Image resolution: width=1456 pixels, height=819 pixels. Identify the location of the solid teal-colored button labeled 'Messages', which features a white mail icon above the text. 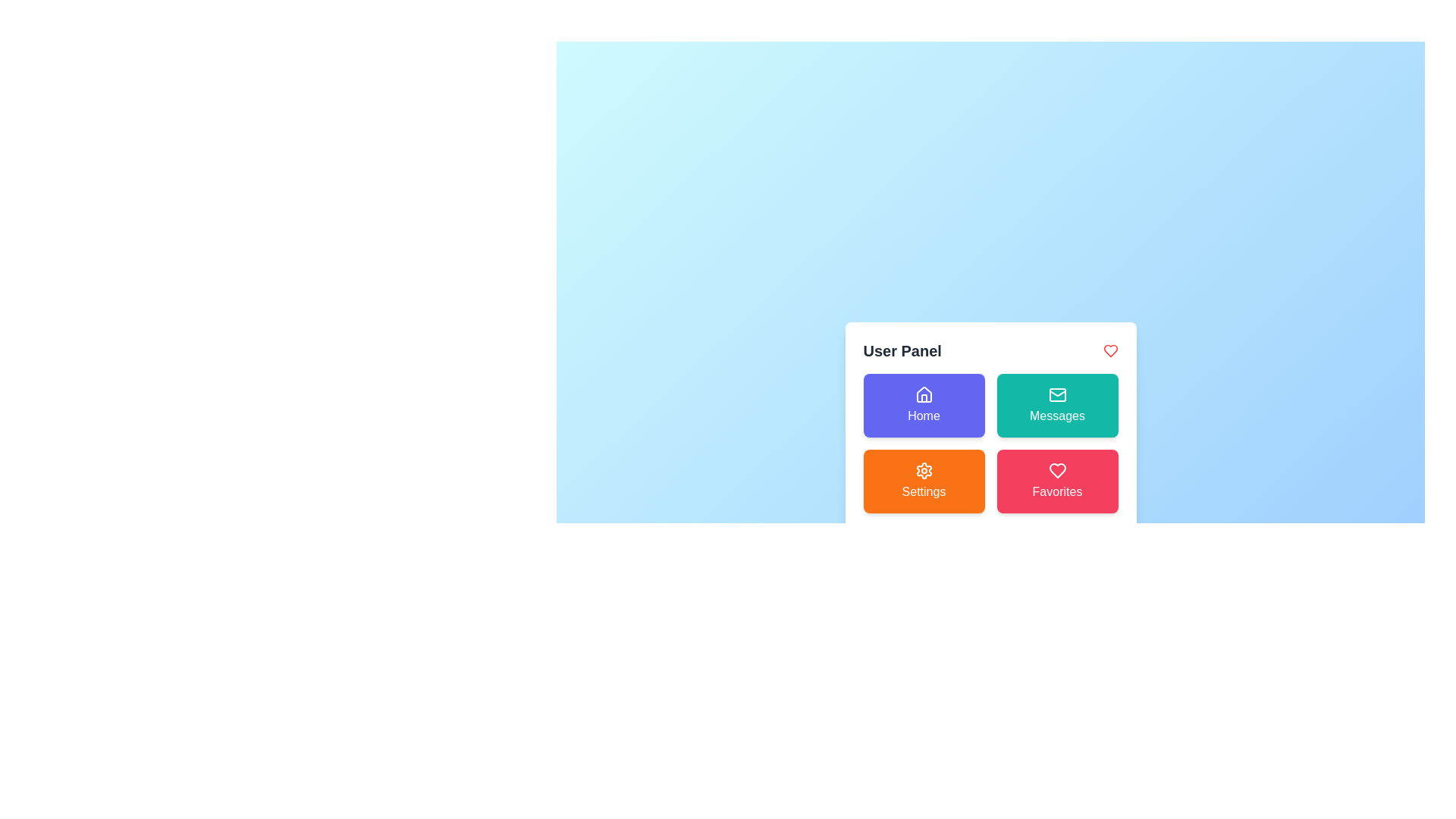
(1056, 405).